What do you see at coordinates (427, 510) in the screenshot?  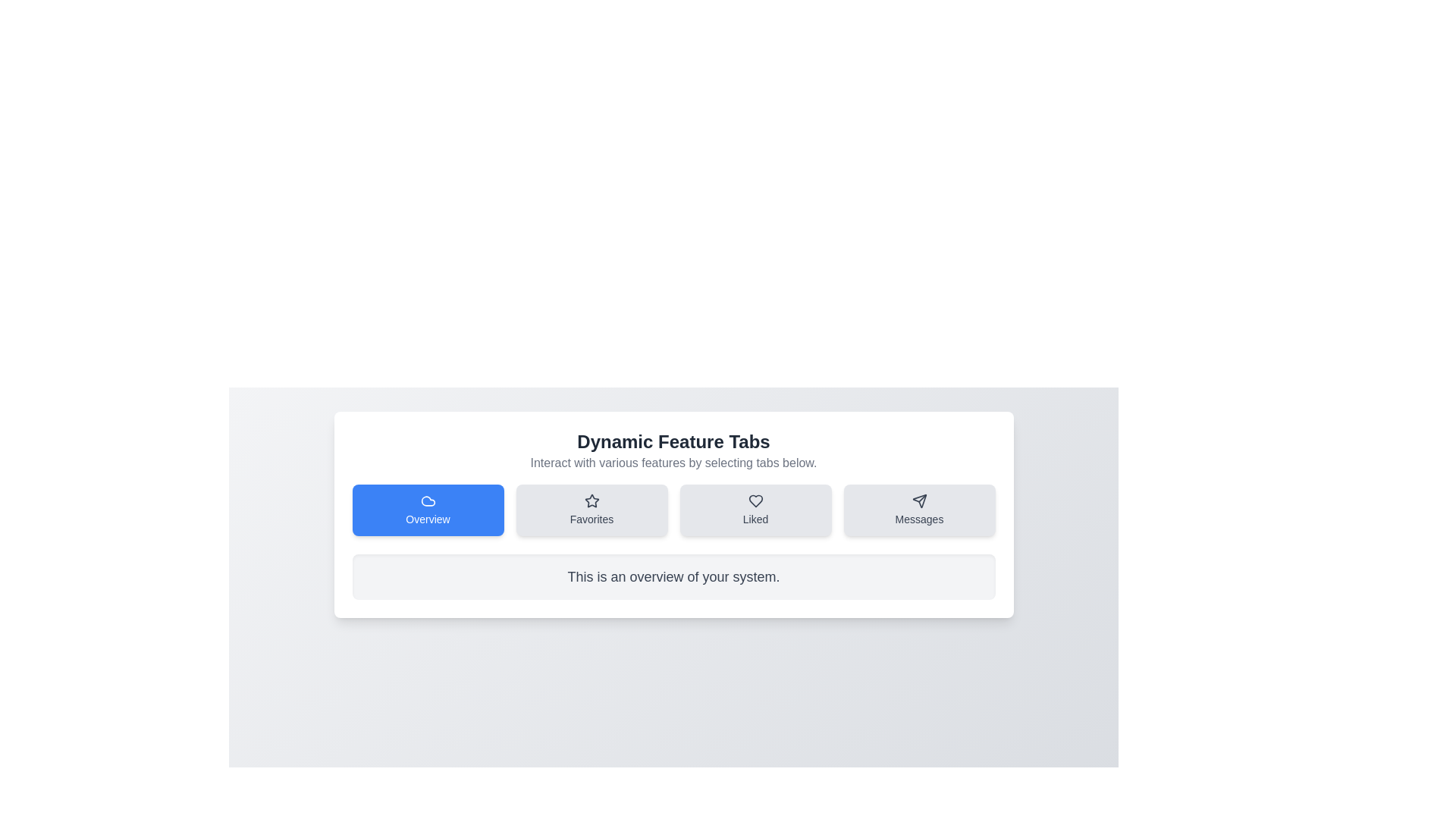 I see `the 'Overview' button, which is the first button in a horizontally aligned tab group of four buttons including 'Favorites', 'Liked', and 'Messages'` at bounding box center [427, 510].